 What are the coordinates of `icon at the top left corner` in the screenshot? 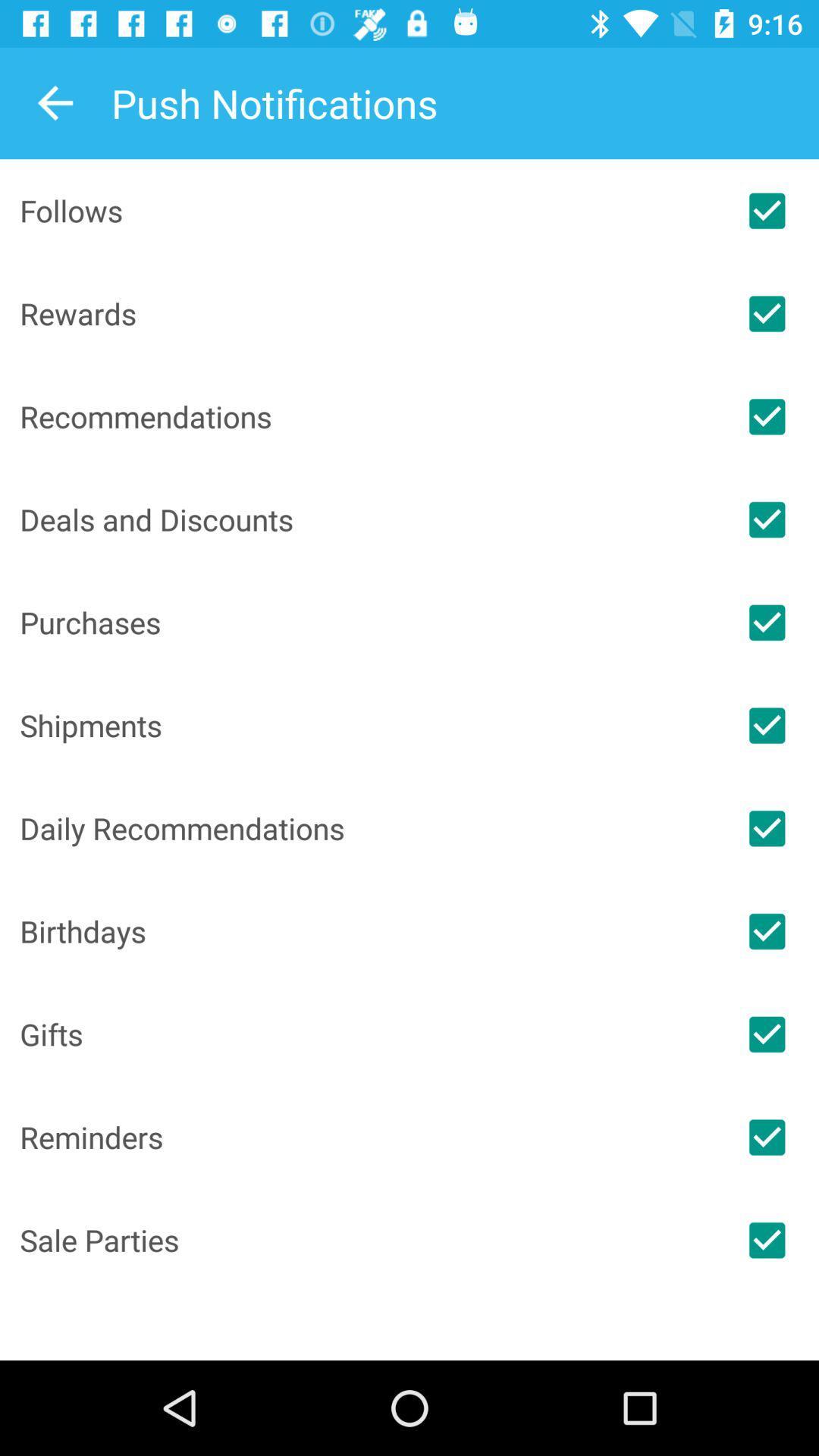 It's located at (55, 102).